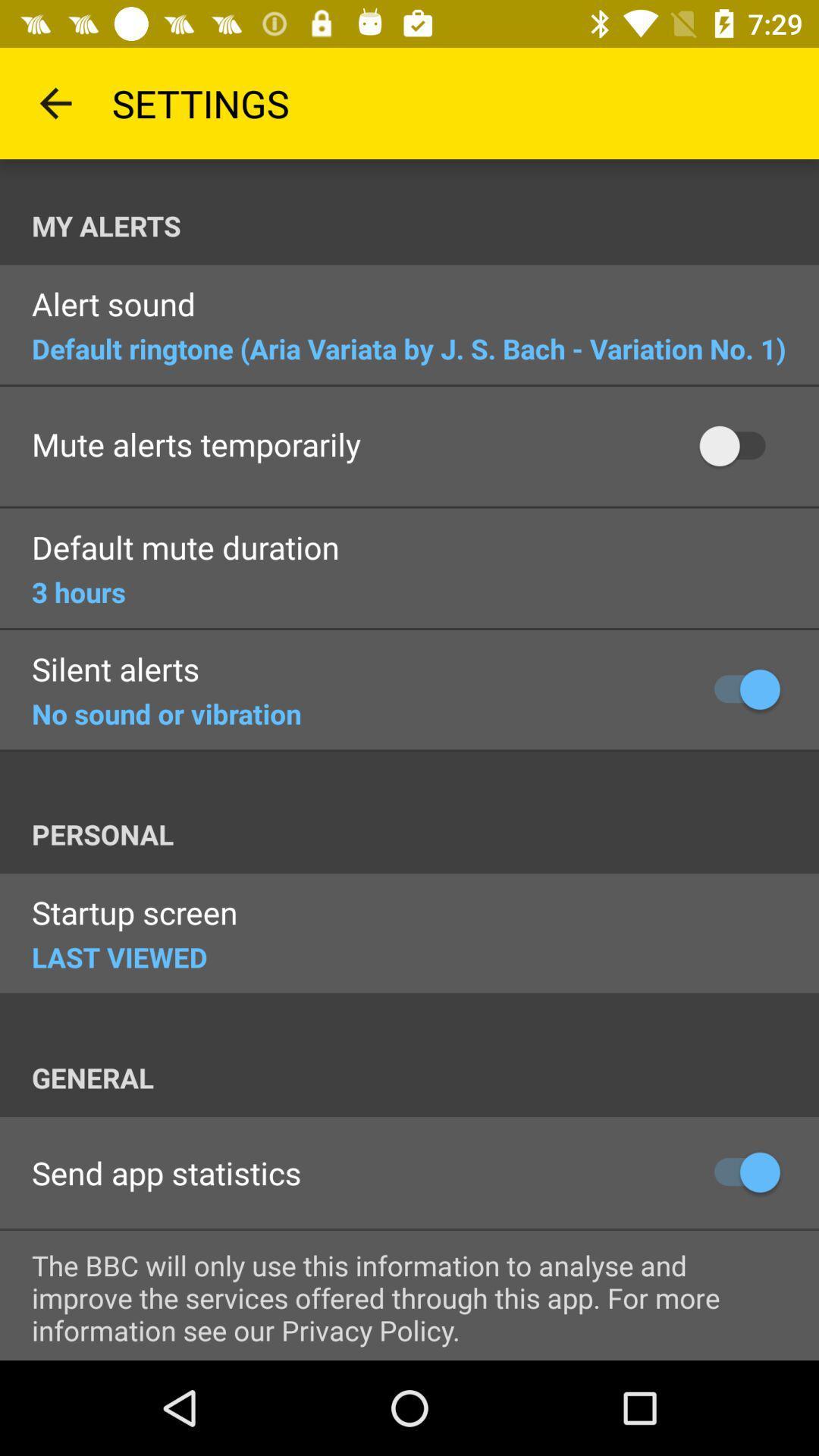  Describe the element at coordinates (133, 913) in the screenshot. I see `the startup screen icon` at that location.